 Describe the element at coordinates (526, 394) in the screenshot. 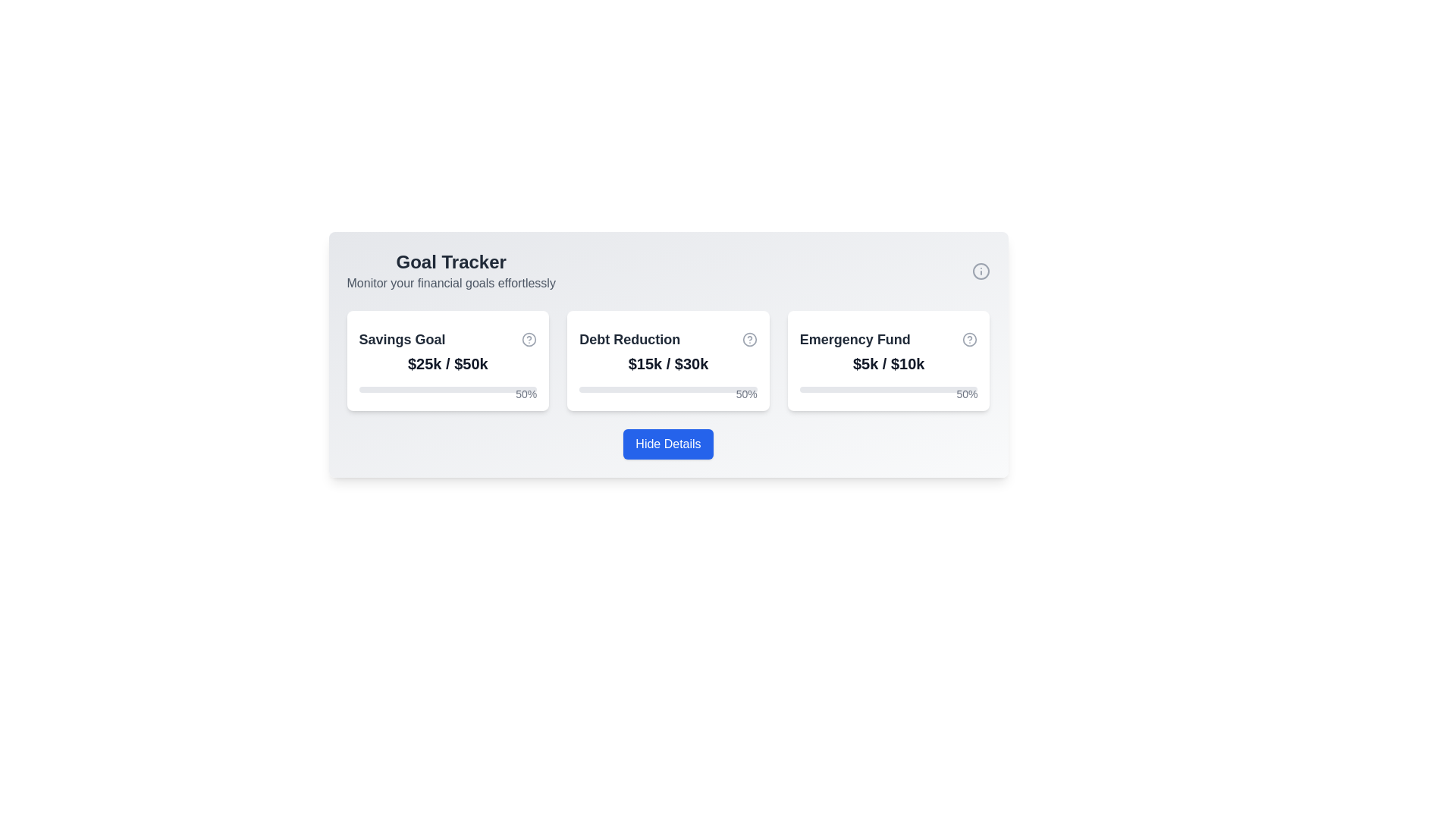

I see `the text label displaying '50%' in gray color, located at the top-right corner of the 'Savings Goal' card in the 'Goal Tracker' interface` at that location.